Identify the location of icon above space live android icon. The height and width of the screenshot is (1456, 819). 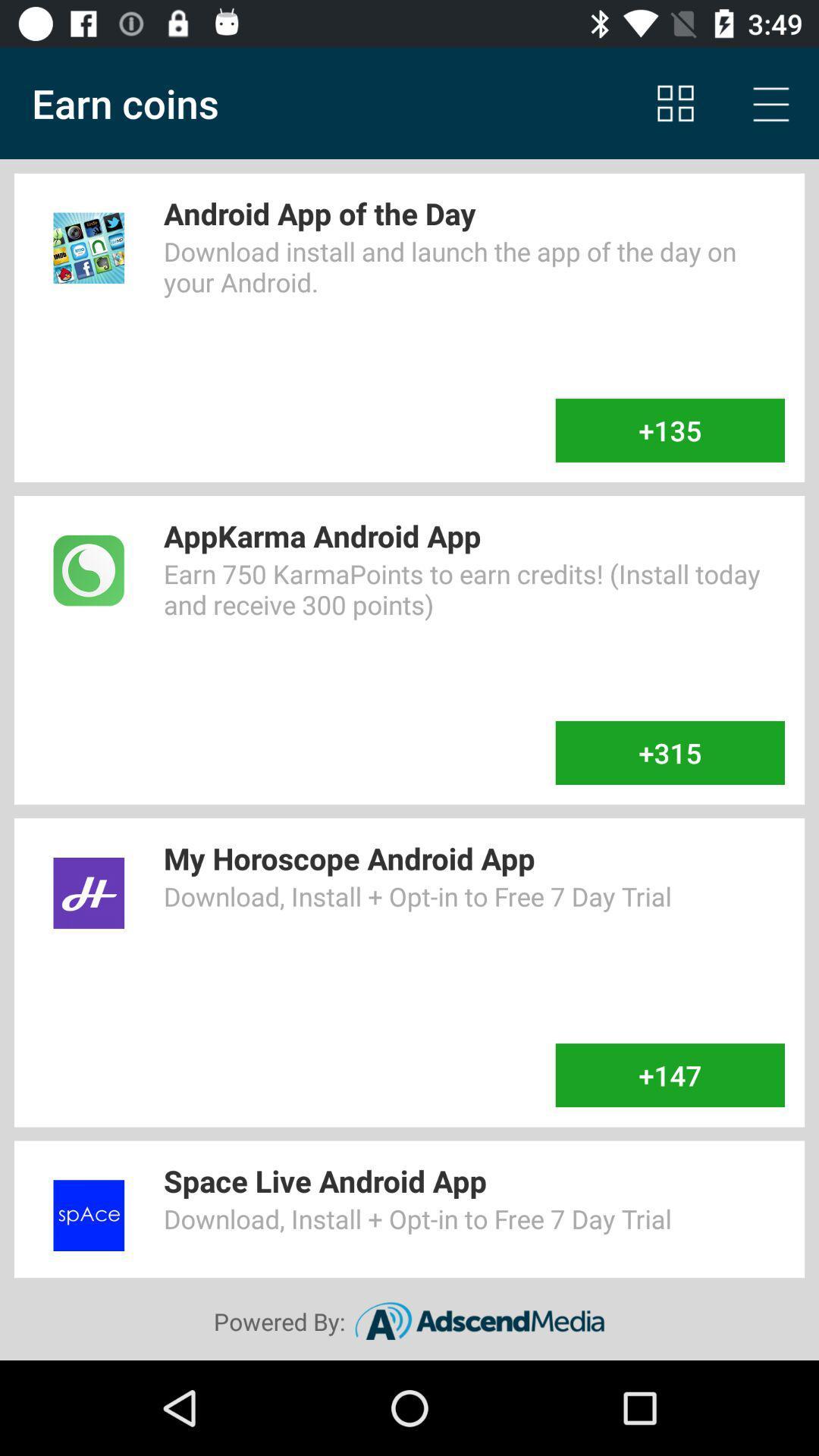
(669, 1075).